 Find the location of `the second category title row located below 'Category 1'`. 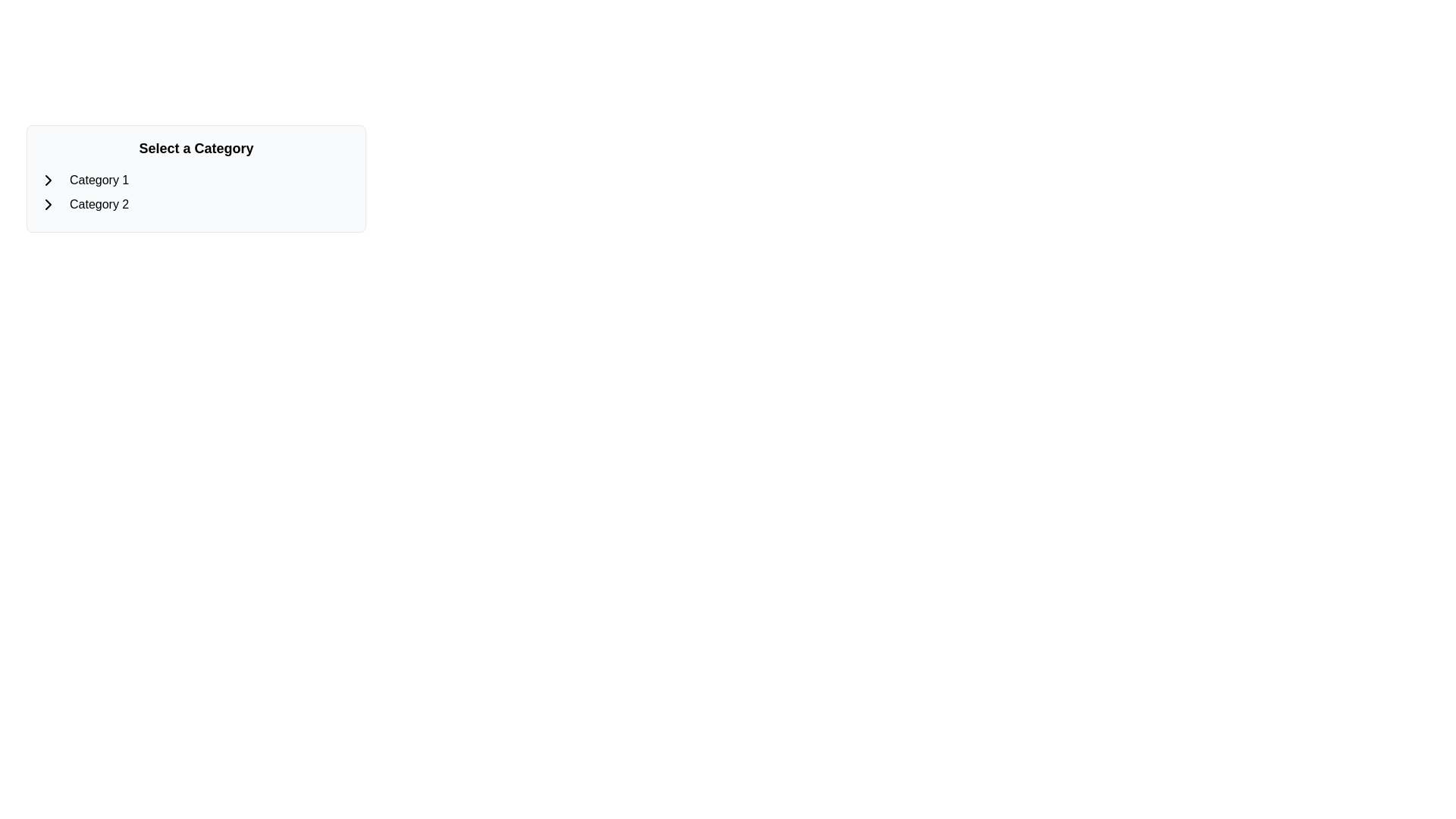

the second category title row located below 'Category 1' is located at coordinates (196, 205).